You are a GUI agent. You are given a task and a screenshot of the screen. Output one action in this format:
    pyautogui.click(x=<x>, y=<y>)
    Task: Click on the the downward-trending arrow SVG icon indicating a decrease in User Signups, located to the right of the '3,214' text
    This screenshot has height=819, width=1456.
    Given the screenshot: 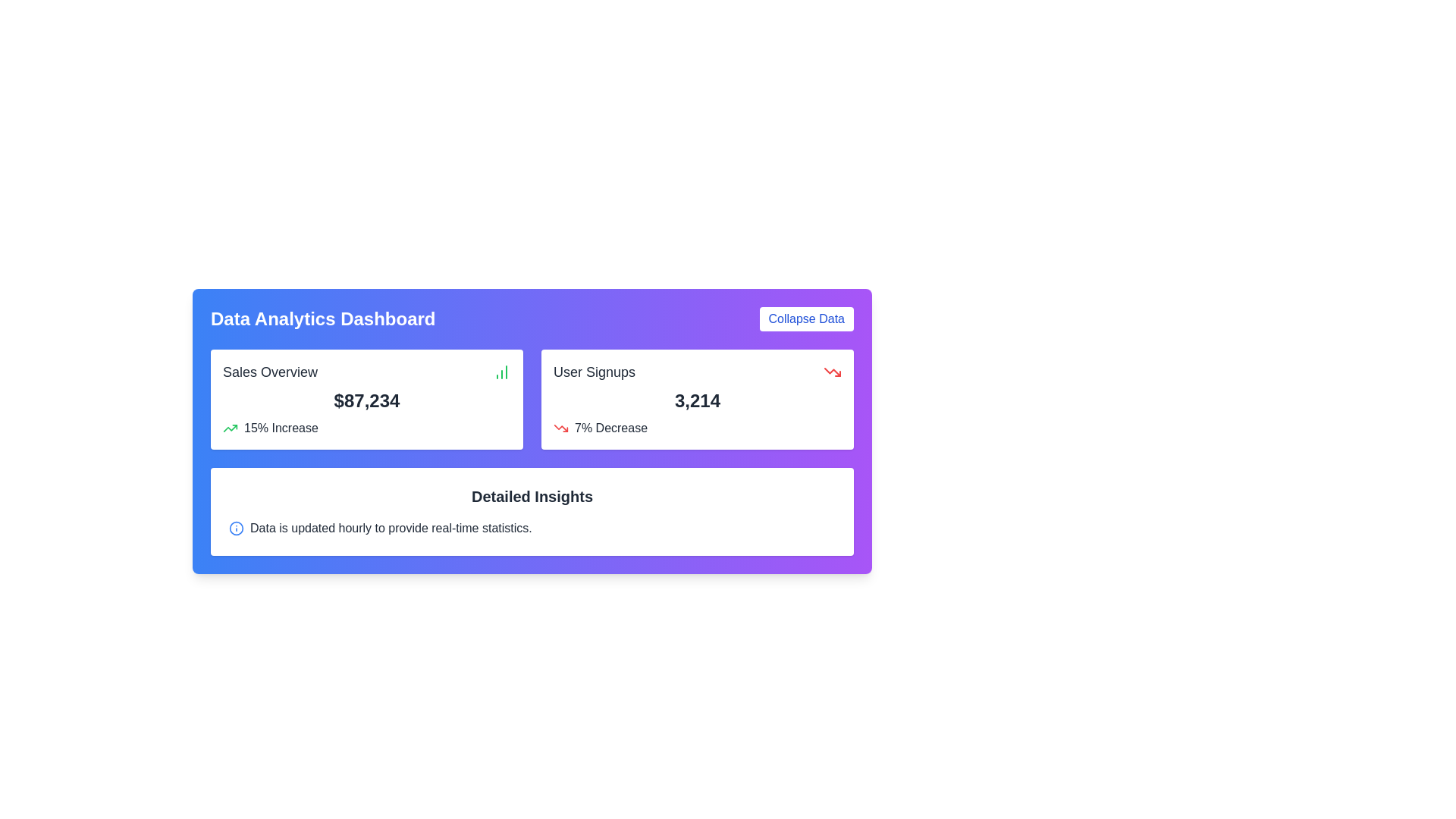 What is the action you would take?
    pyautogui.click(x=832, y=372)
    